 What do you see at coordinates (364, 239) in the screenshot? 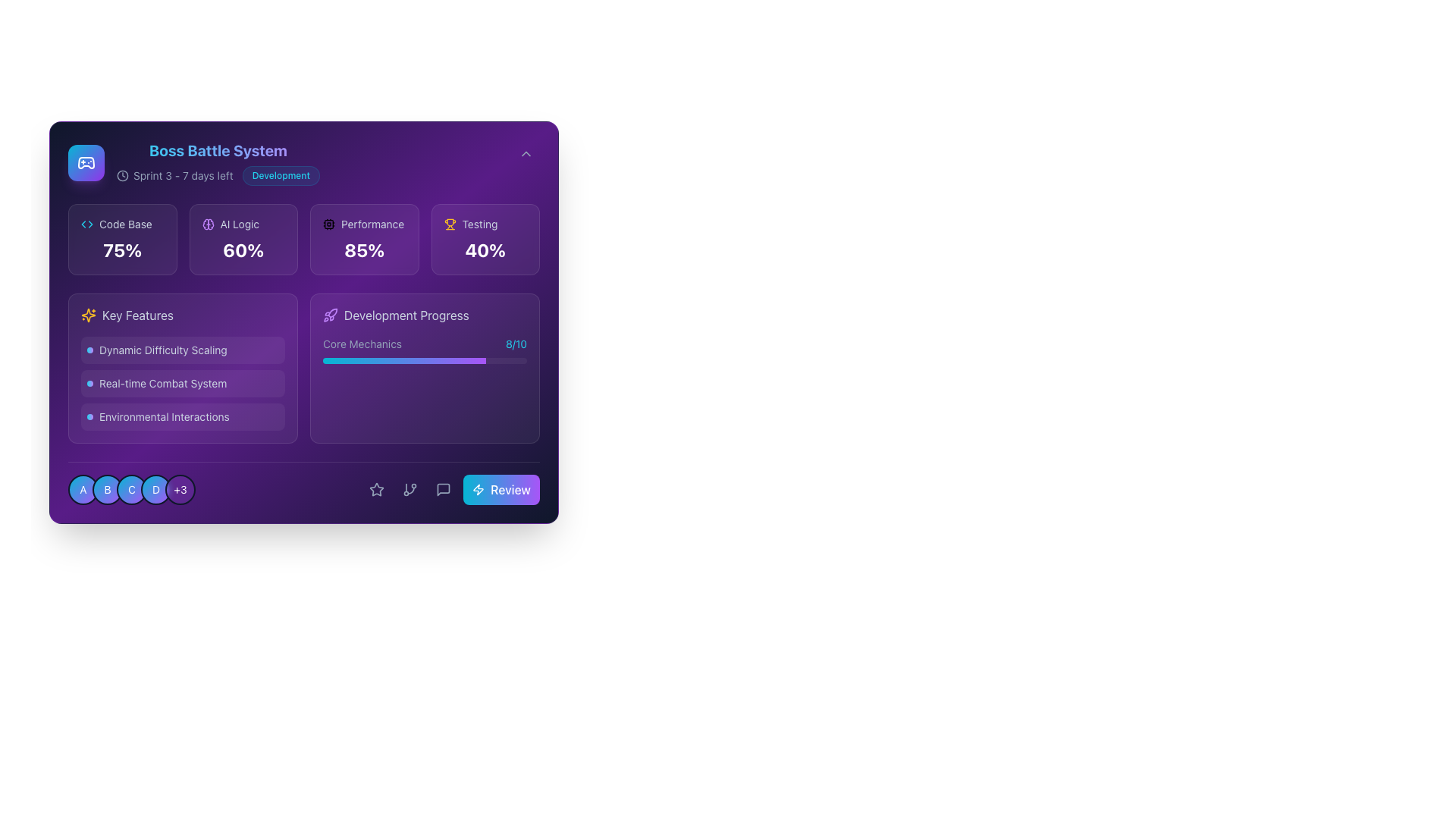
I see `displayed text on the 'Performance' metric card located in the top row of the grid layout, third from the left` at bounding box center [364, 239].